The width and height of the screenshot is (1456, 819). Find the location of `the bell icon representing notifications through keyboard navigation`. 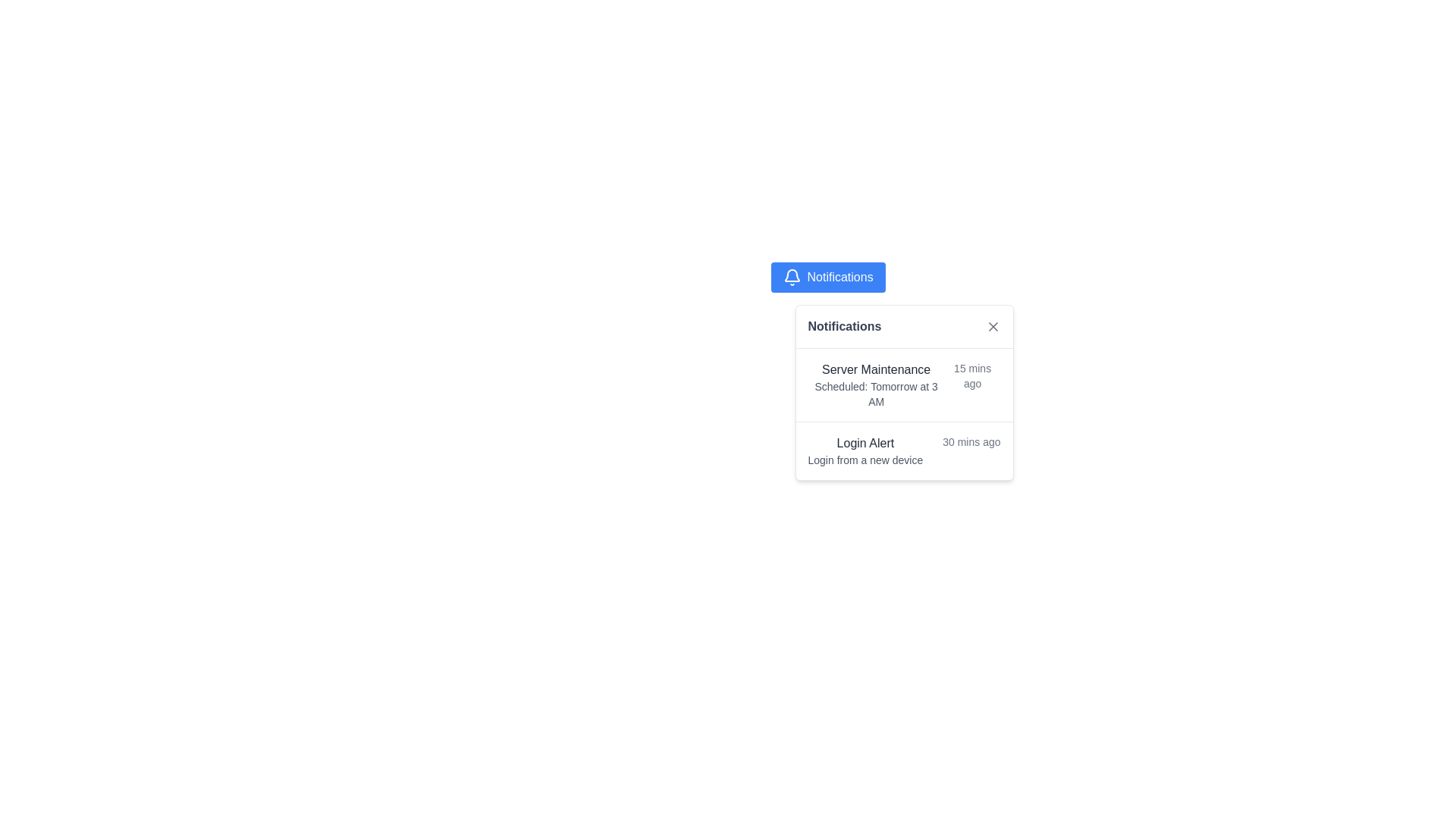

the bell icon representing notifications through keyboard navigation is located at coordinates (791, 278).